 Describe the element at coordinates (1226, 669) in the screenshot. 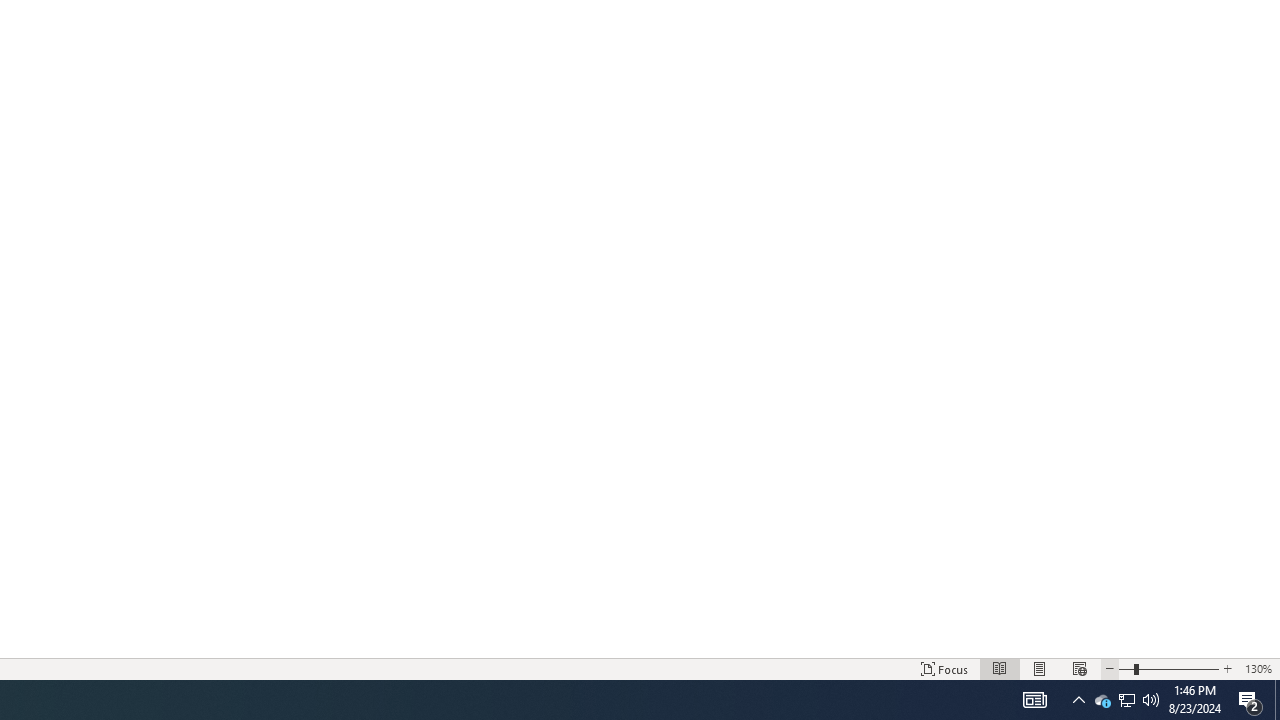

I see `'Increase Text Size'` at that location.